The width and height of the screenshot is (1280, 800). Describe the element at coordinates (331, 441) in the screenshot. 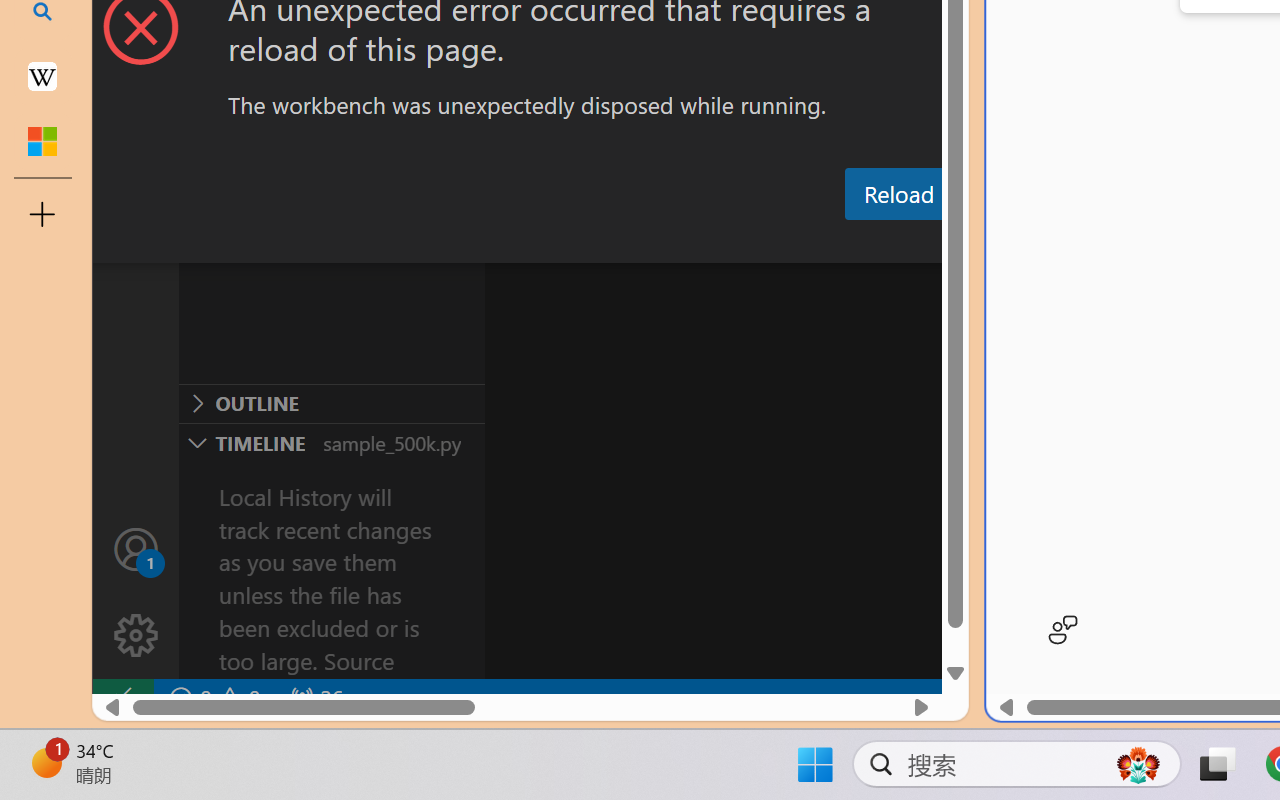

I see `'Timeline Section'` at that location.